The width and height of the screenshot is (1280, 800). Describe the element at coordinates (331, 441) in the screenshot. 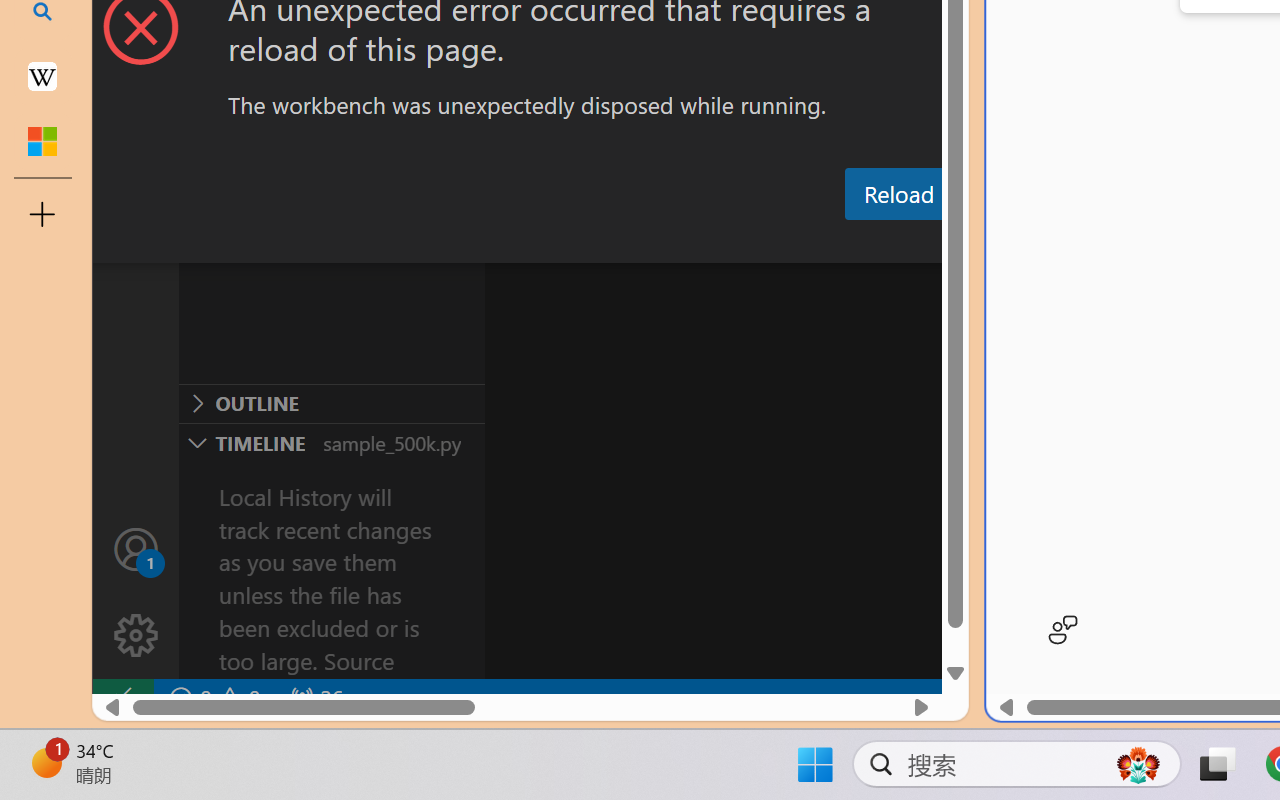

I see `'Timeline Section'` at that location.